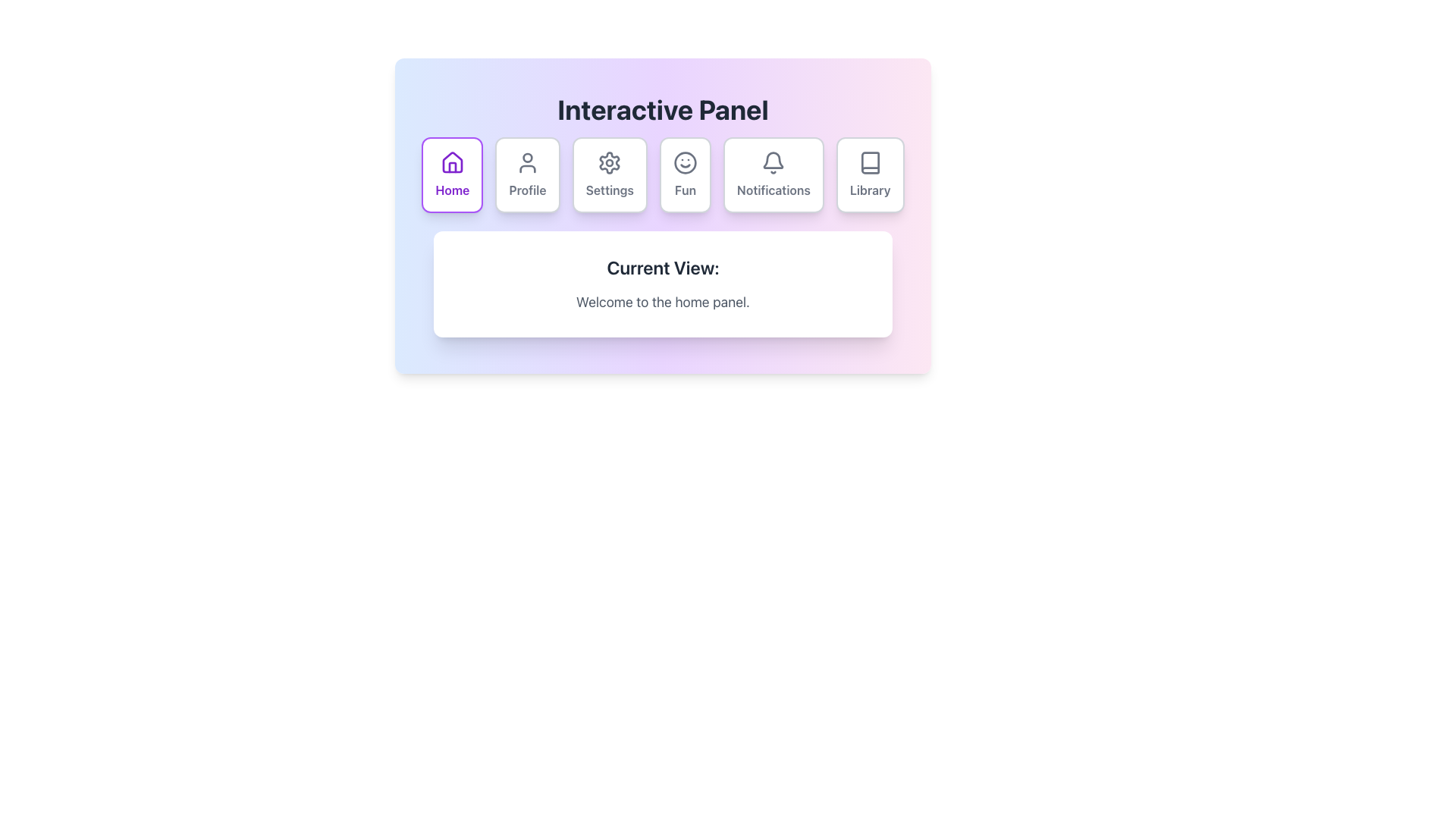  Describe the element at coordinates (610, 189) in the screenshot. I see `the 'Settings' text label located in the top row of the interactive panel, which is styled in gray and is the third button from the left under a configuration icon` at that location.